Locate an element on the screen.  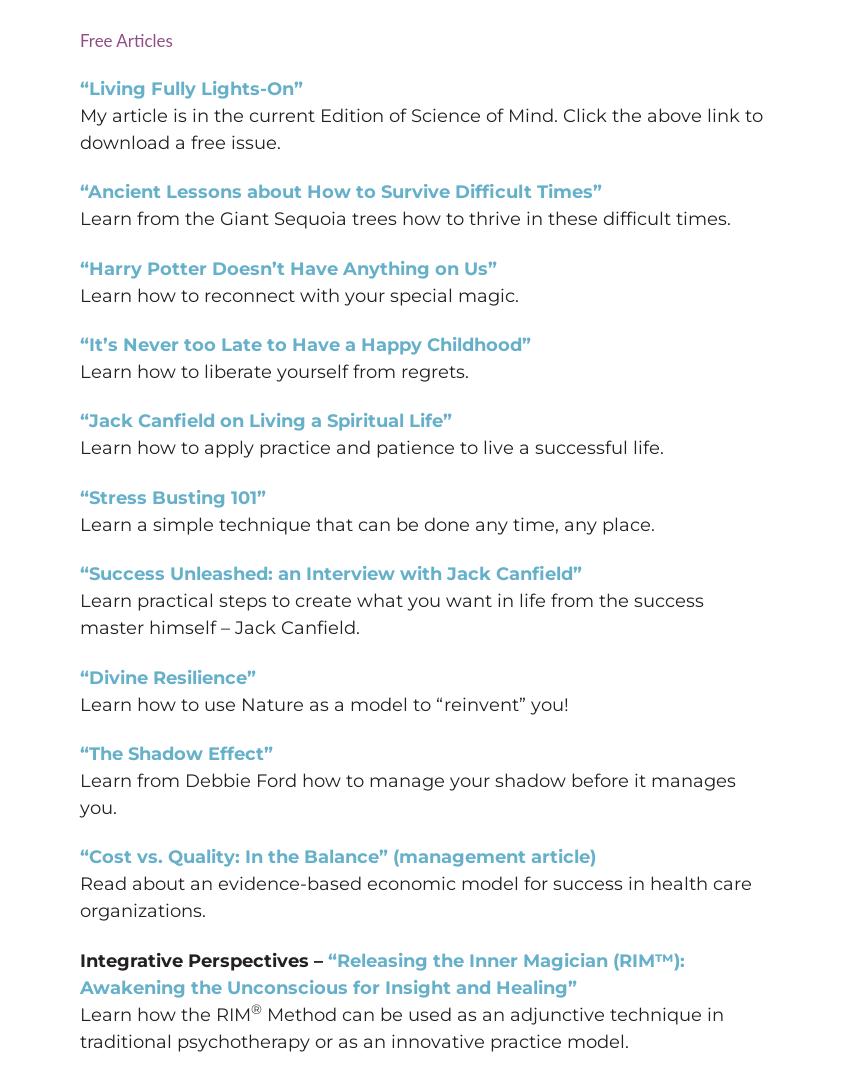
'Learn how the RIM' is located at coordinates (165, 1012).